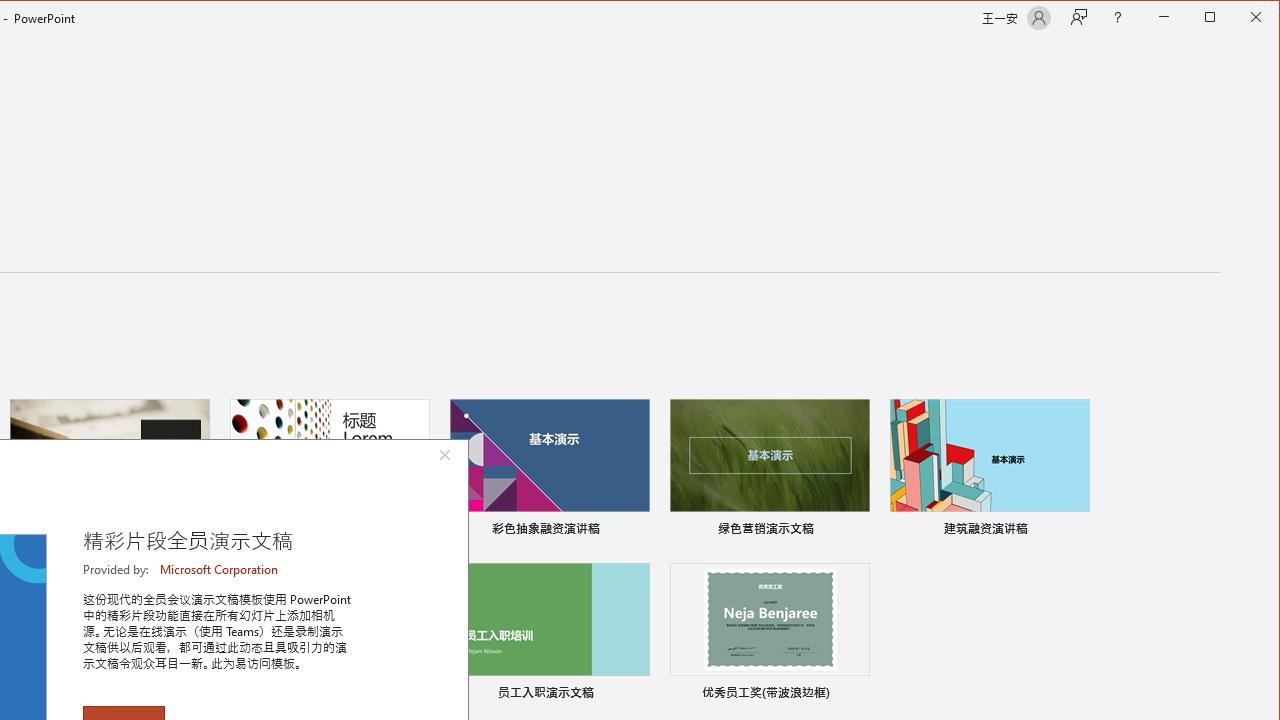  I want to click on 'Microsoft Corporation', so click(220, 569).